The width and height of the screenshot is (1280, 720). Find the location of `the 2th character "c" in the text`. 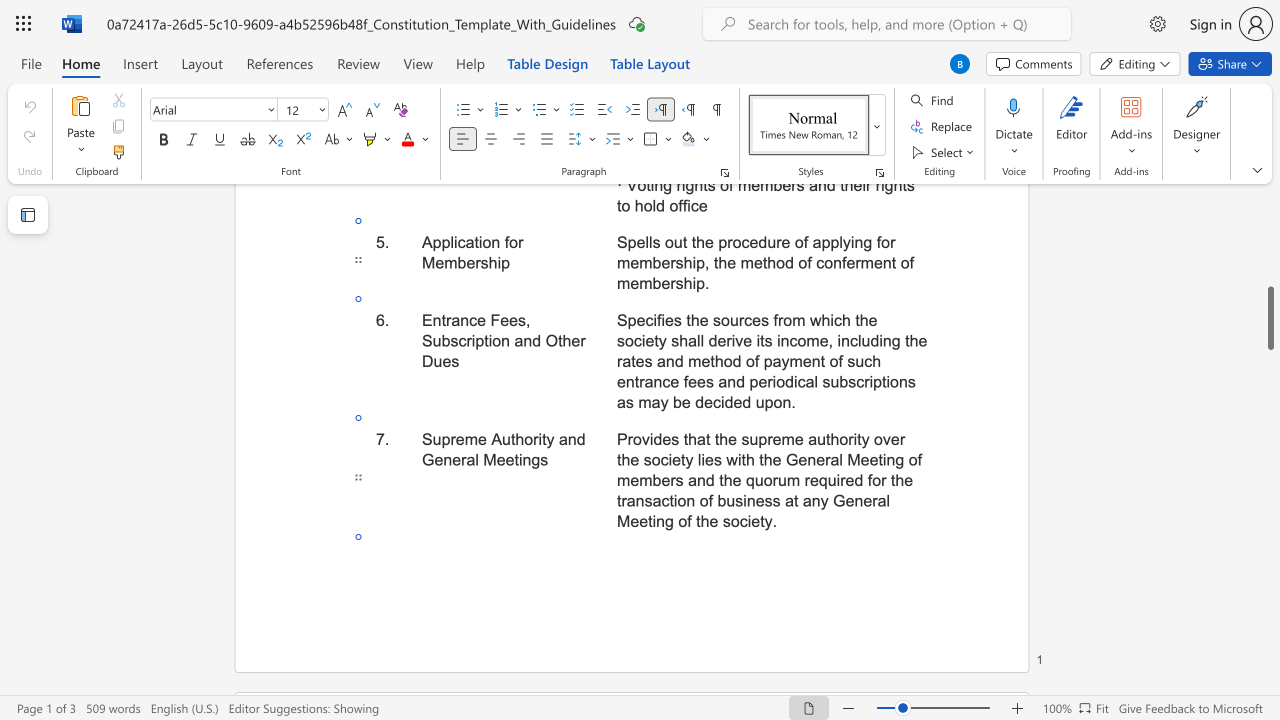

the 2th character "c" in the text is located at coordinates (742, 520).